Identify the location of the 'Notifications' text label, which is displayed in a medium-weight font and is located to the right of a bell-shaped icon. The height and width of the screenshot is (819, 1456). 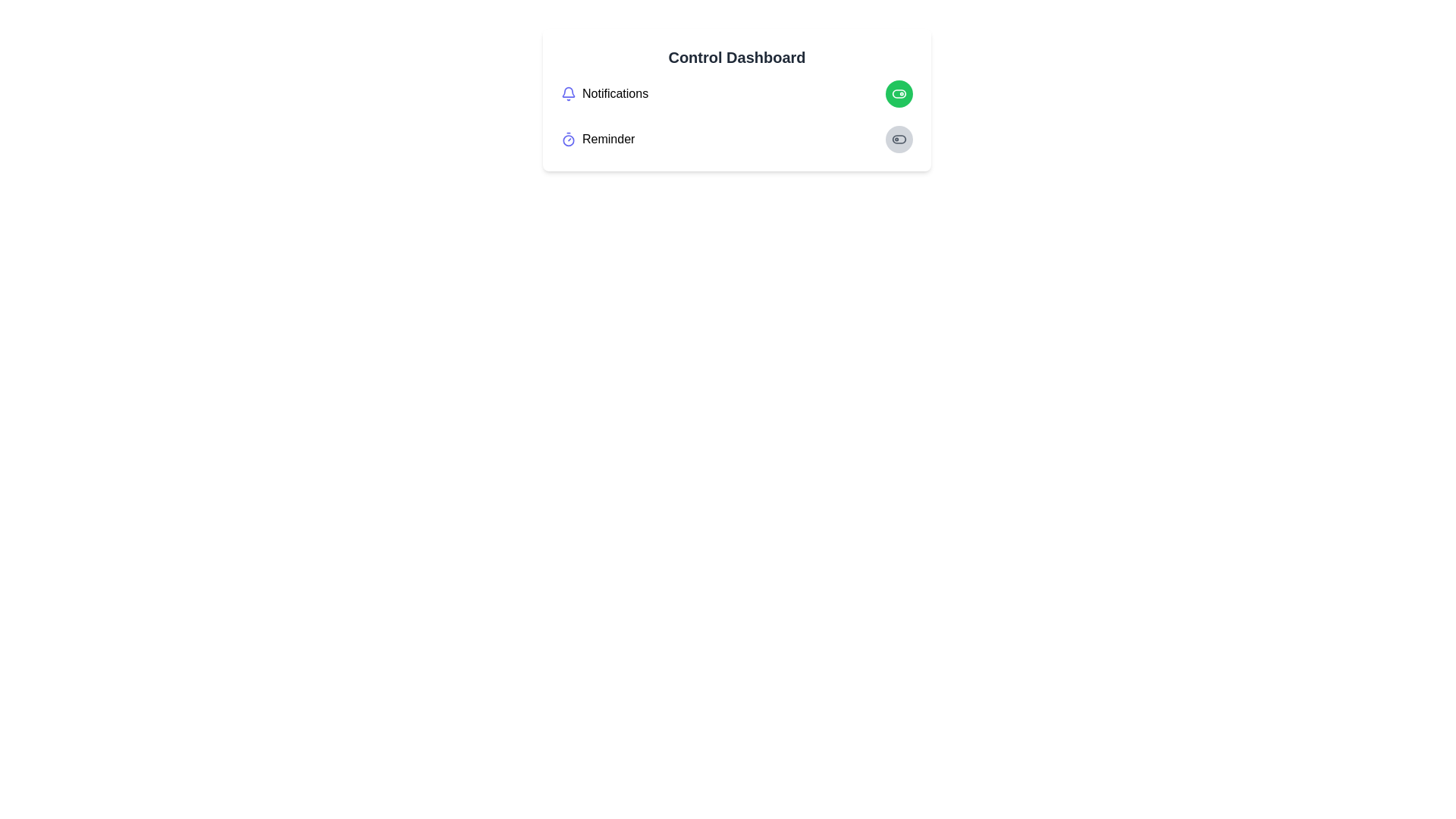
(615, 93).